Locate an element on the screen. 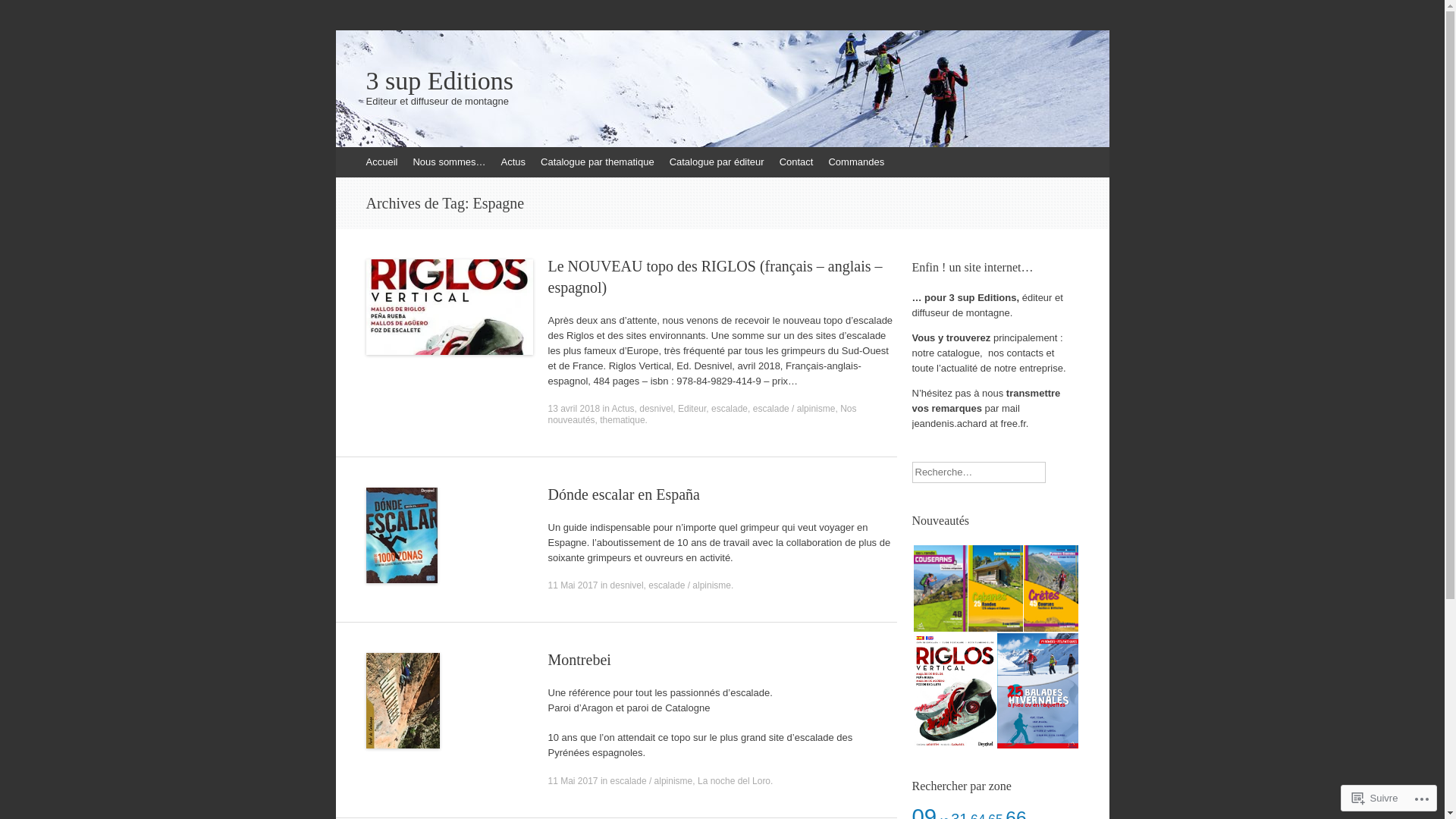 This screenshot has width=1456, height=819. 'Actus' is located at coordinates (513, 162).